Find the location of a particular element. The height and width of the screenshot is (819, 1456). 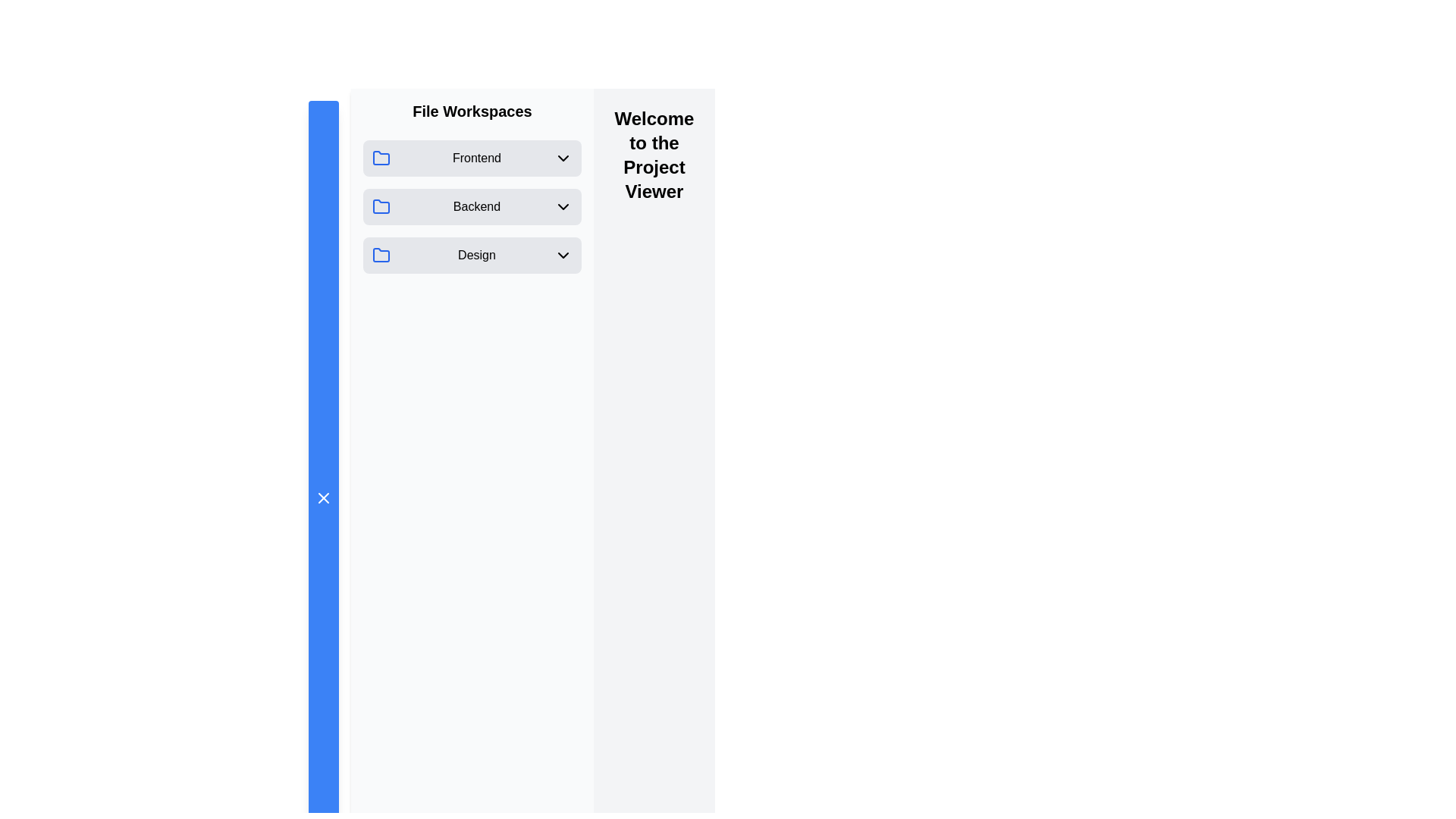

the second folder icon in the vertical list of folder icons in the sidebar, located below the 'Frontend' icon is located at coordinates (381, 206).